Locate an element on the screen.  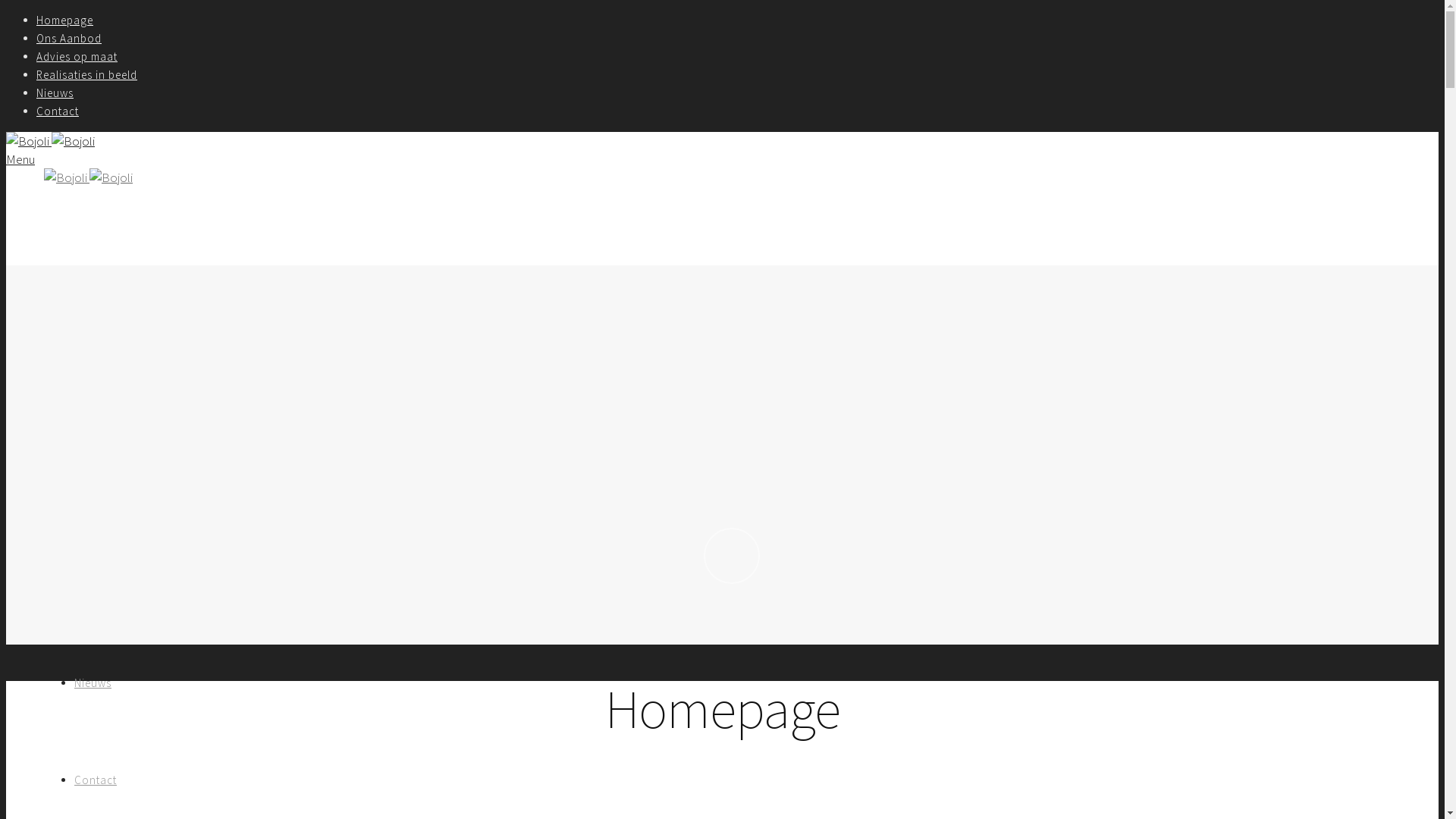
'Advies op maat' is located at coordinates (114, 488).